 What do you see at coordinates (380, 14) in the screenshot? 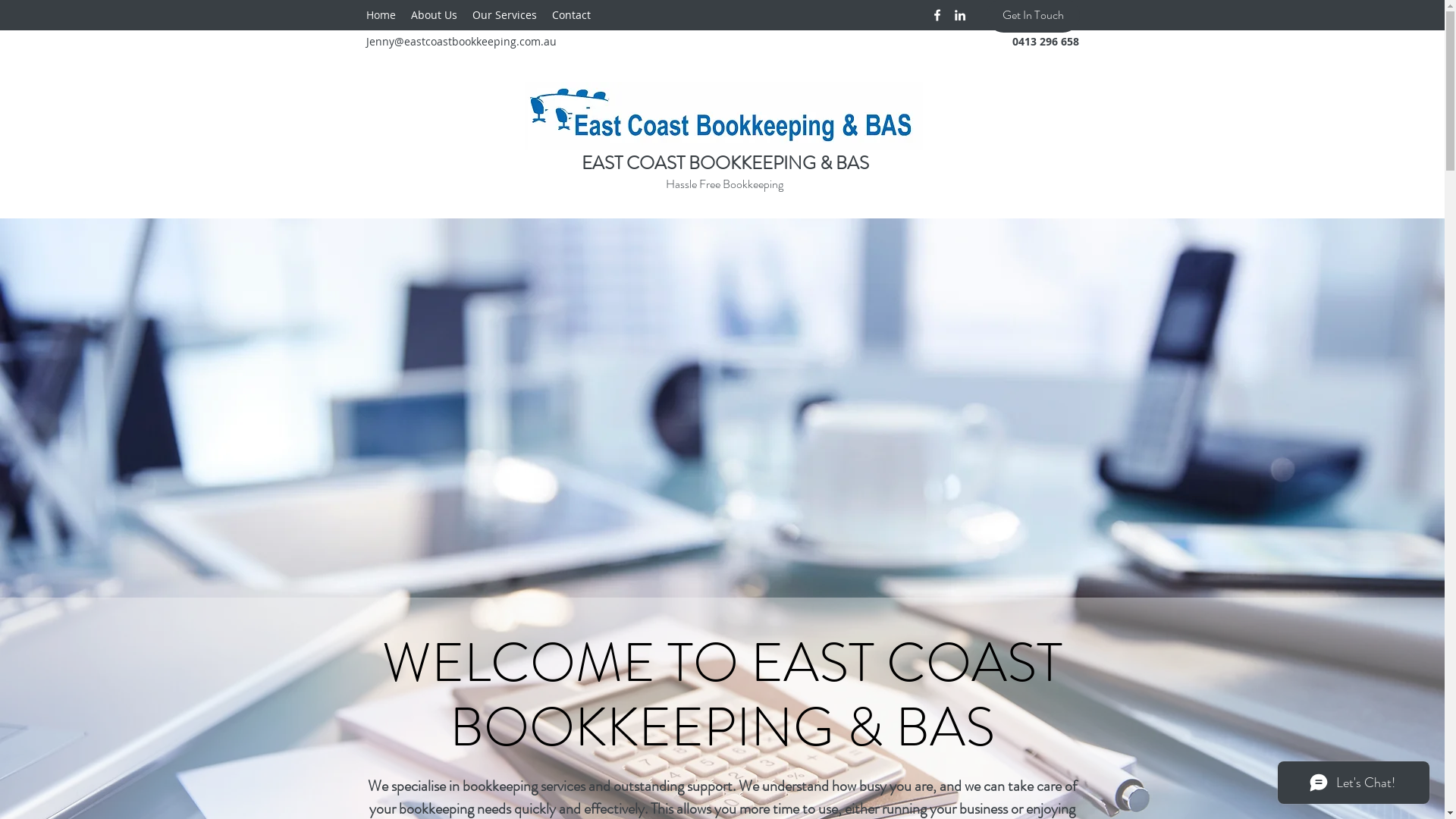
I see `'Home'` at bounding box center [380, 14].